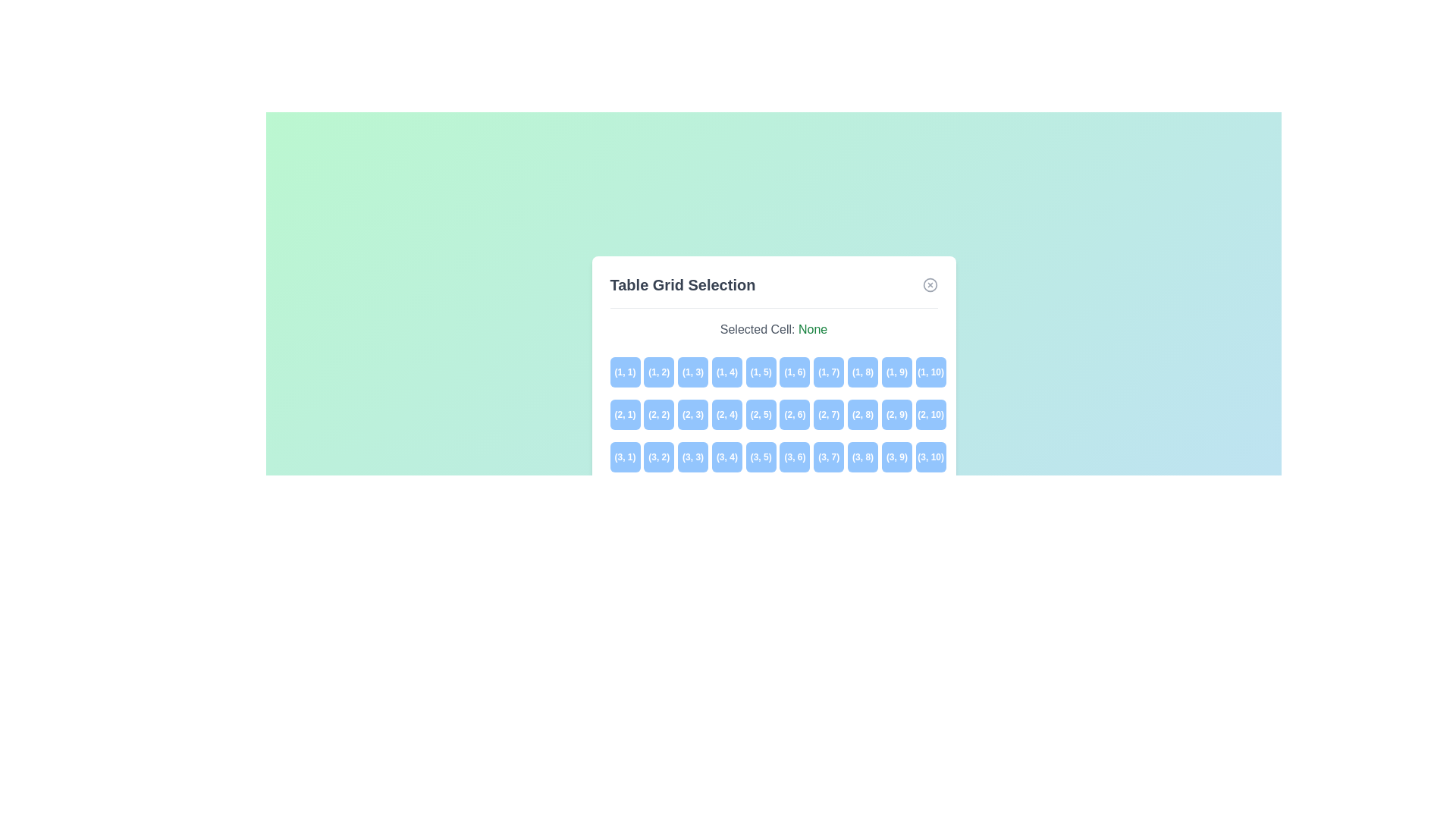 This screenshot has width=1456, height=819. Describe the element at coordinates (929, 284) in the screenshot. I see `the close button to close the dialog` at that location.